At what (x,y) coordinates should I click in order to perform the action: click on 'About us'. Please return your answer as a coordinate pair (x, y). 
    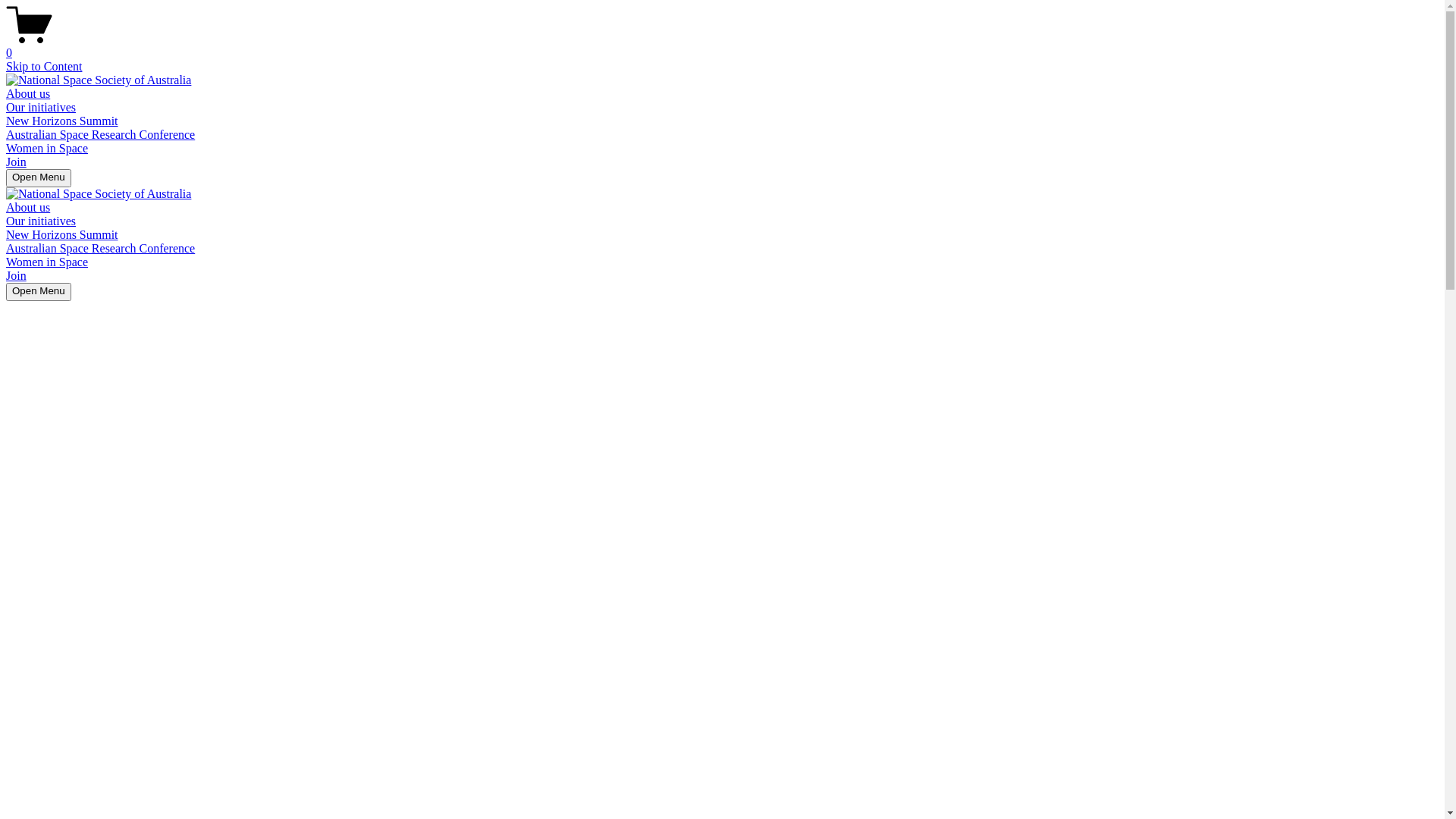
    Looking at the image, I should click on (6, 207).